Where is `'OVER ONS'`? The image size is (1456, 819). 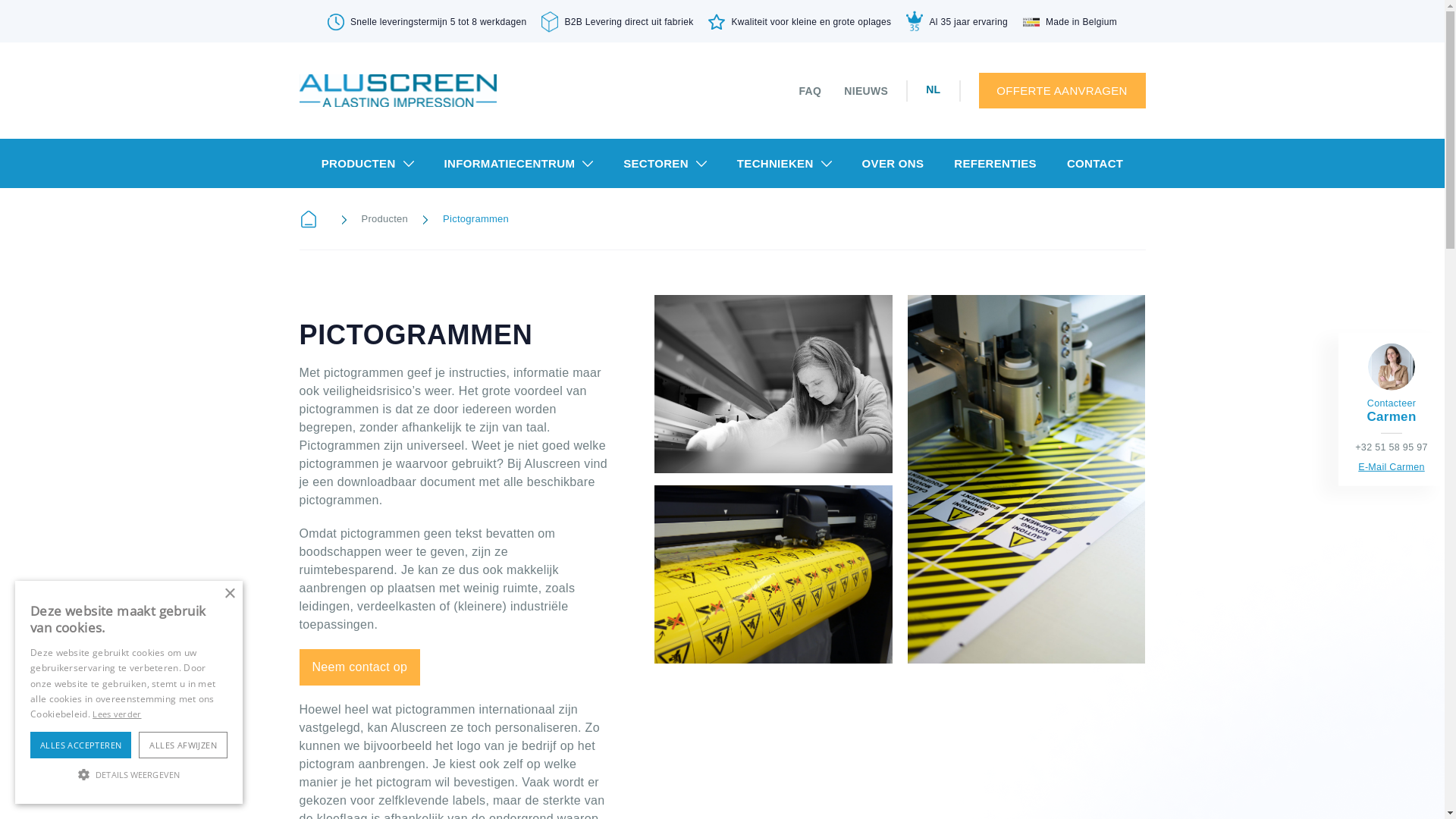 'OVER ONS' is located at coordinates (893, 163).